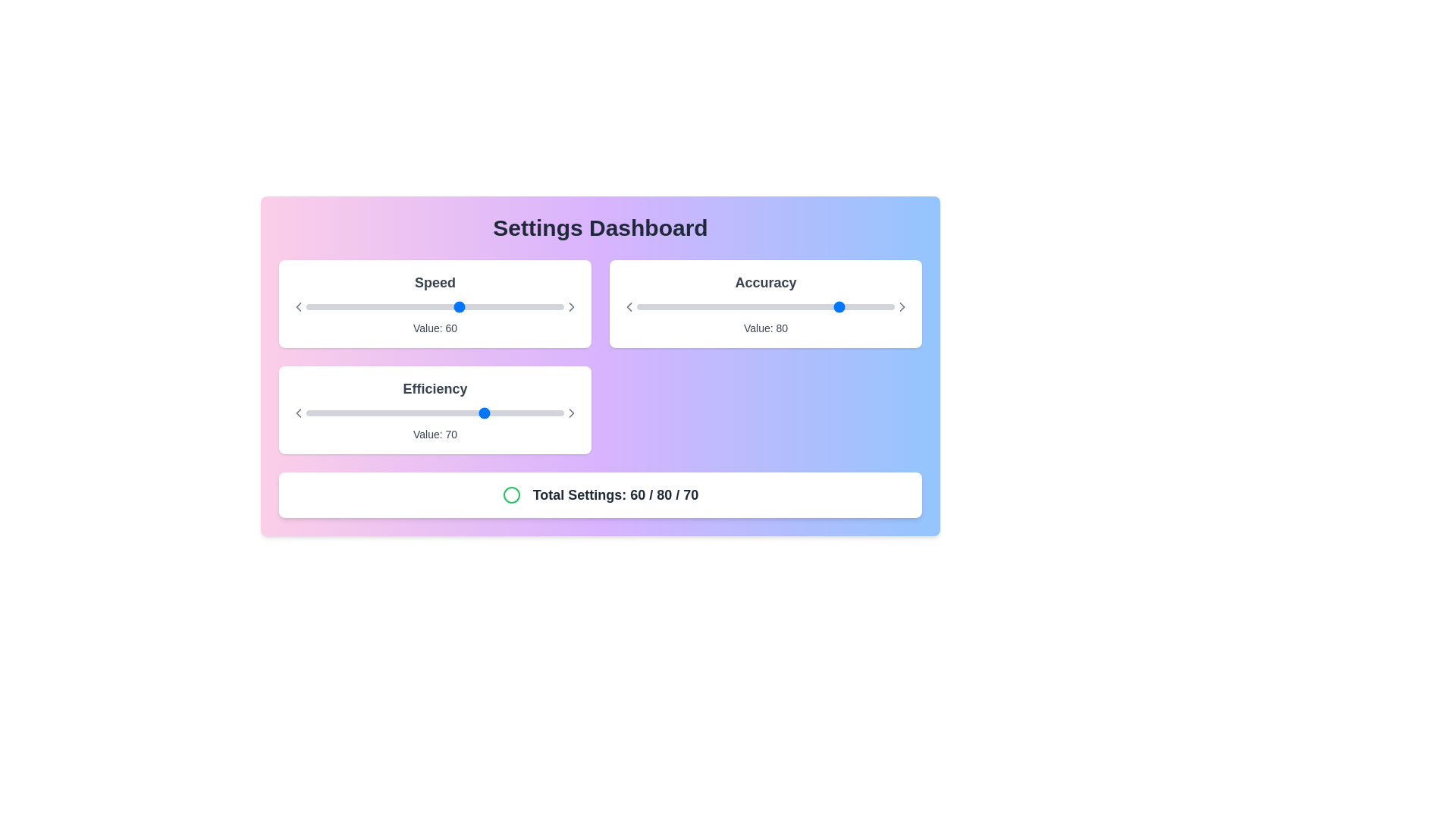 The width and height of the screenshot is (1456, 819). Describe the element at coordinates (615, 494) in the screenshot. I see `the Static Text Label displaying 'Total Settings: 60 / 80 / 70', which is located at the bottom of the user interface, below the sliders labeled 'Speed,' 'Accuracy,' and 'Efficiency.'` at that location.